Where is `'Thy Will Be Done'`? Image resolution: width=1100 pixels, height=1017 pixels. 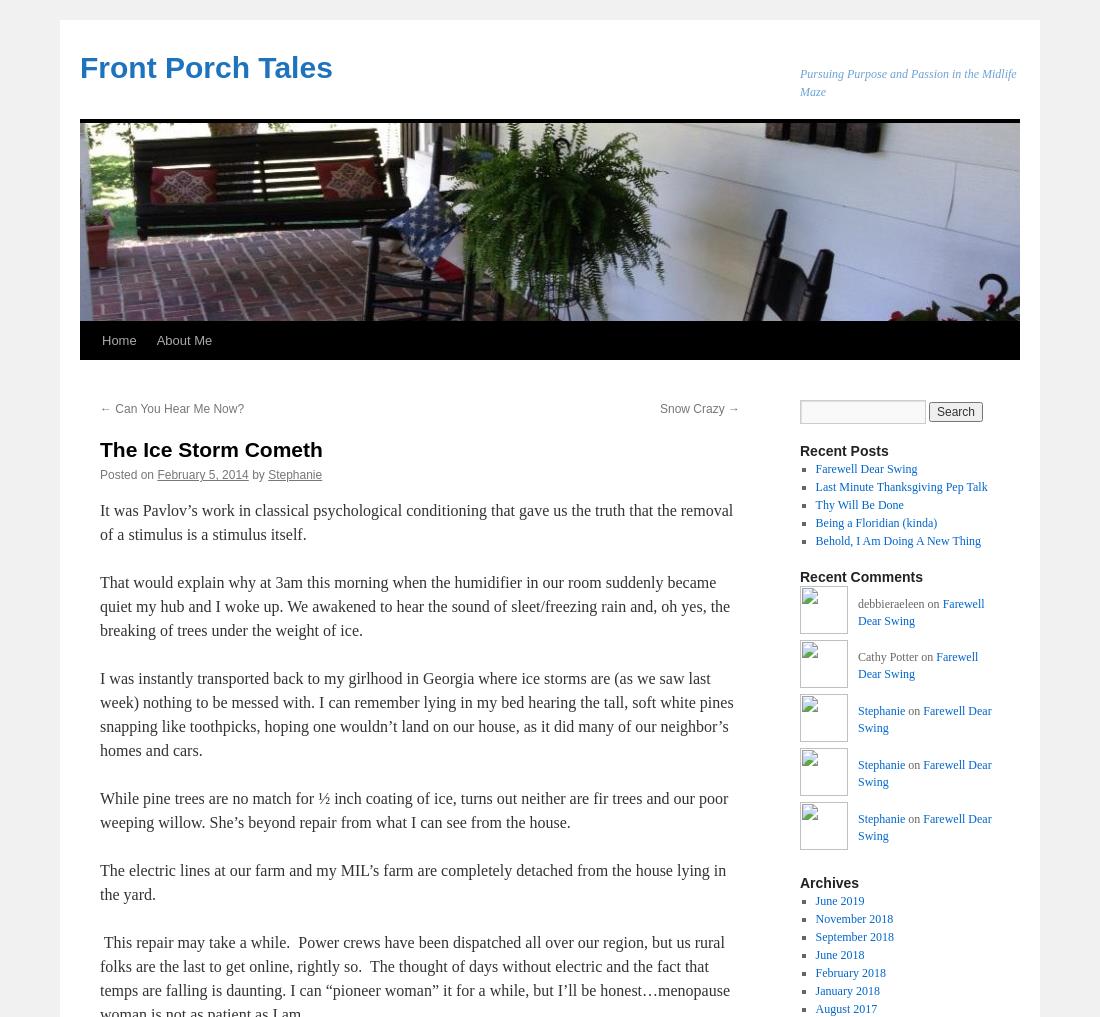 'Thy Will Be Done' is located at coordinates (857, 504).